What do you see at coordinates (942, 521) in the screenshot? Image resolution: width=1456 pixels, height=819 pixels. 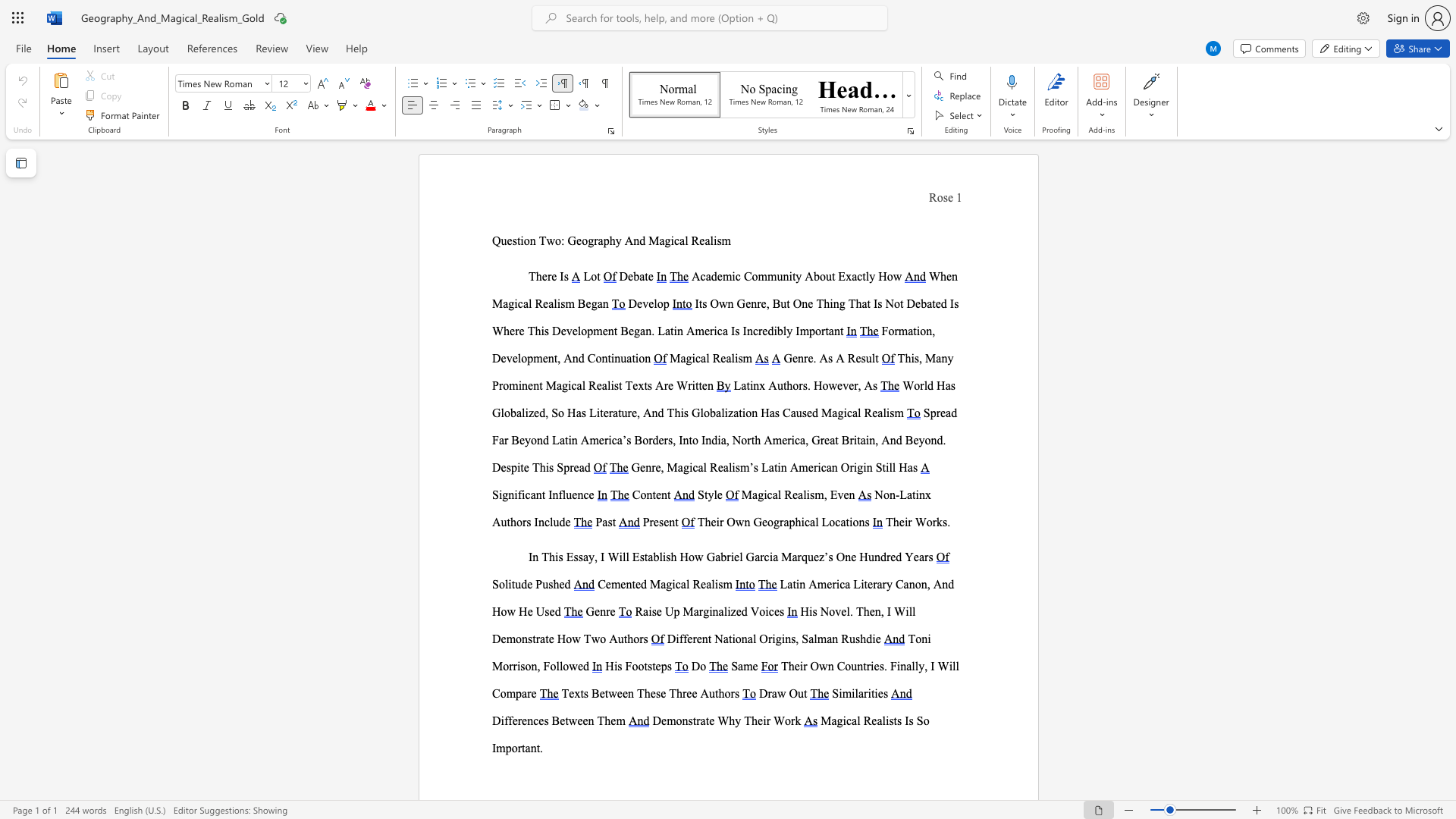 I see `the subset text "s." within the text "Their Works."` at bounding box center [942, 521].